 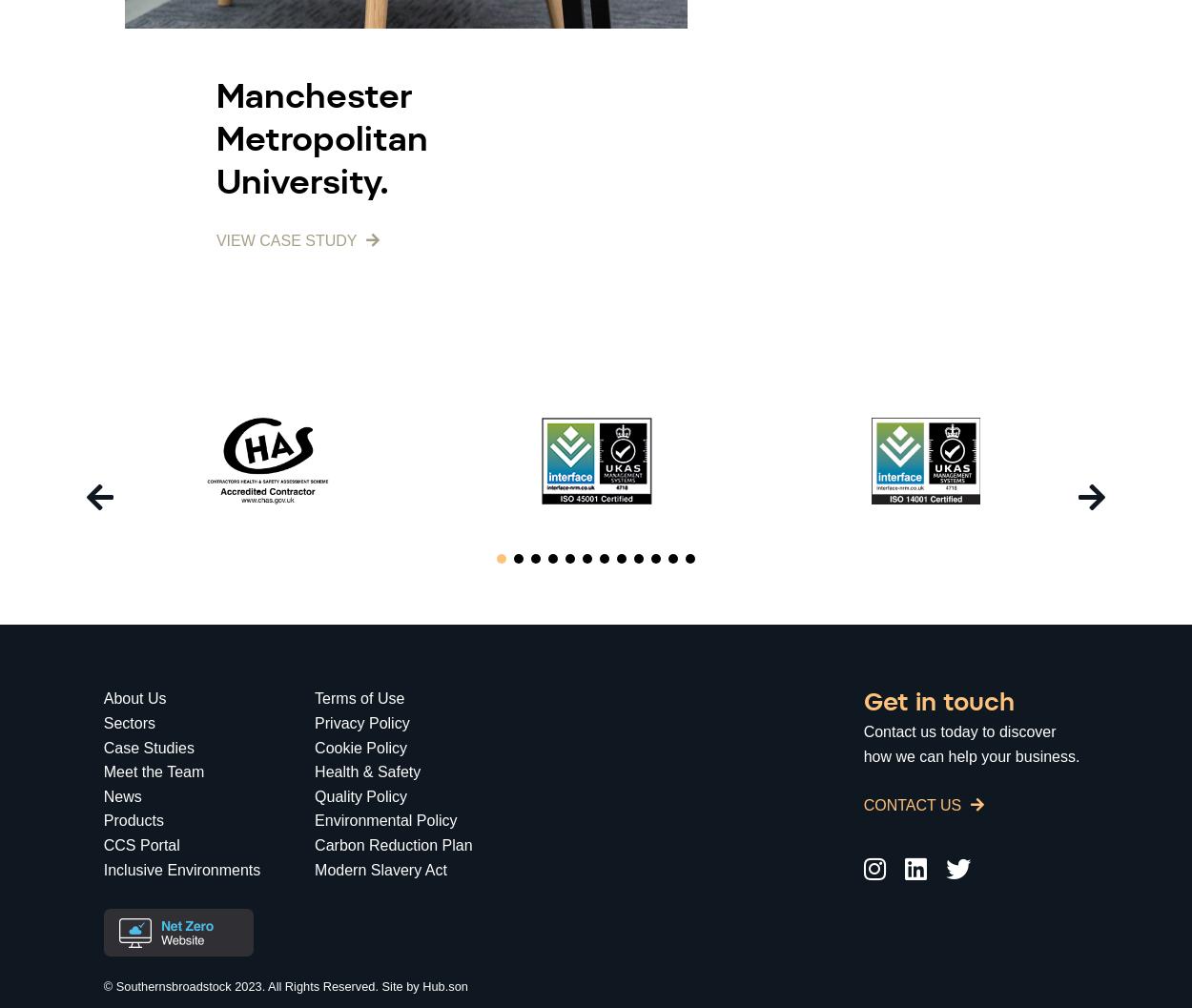 I want to click on 'Environmental Policy', so click(x=385, y=819).